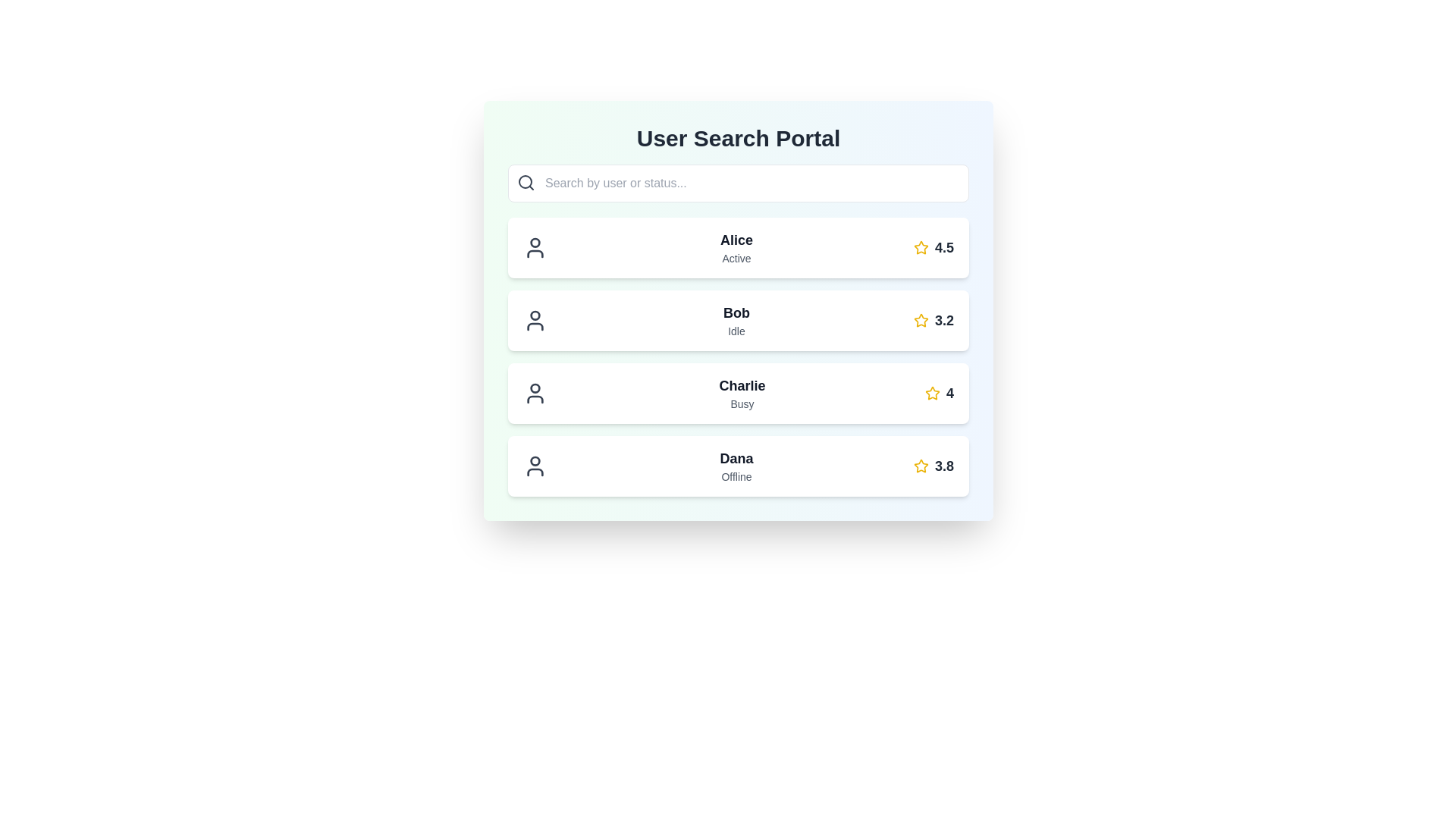 Image resolution: width=1456 pixels, height=819 pixels. I want to click on the profile icon representing 'Charlie' with the status 'Busy', located in the third entry of the user profile list, so click(535, 393).